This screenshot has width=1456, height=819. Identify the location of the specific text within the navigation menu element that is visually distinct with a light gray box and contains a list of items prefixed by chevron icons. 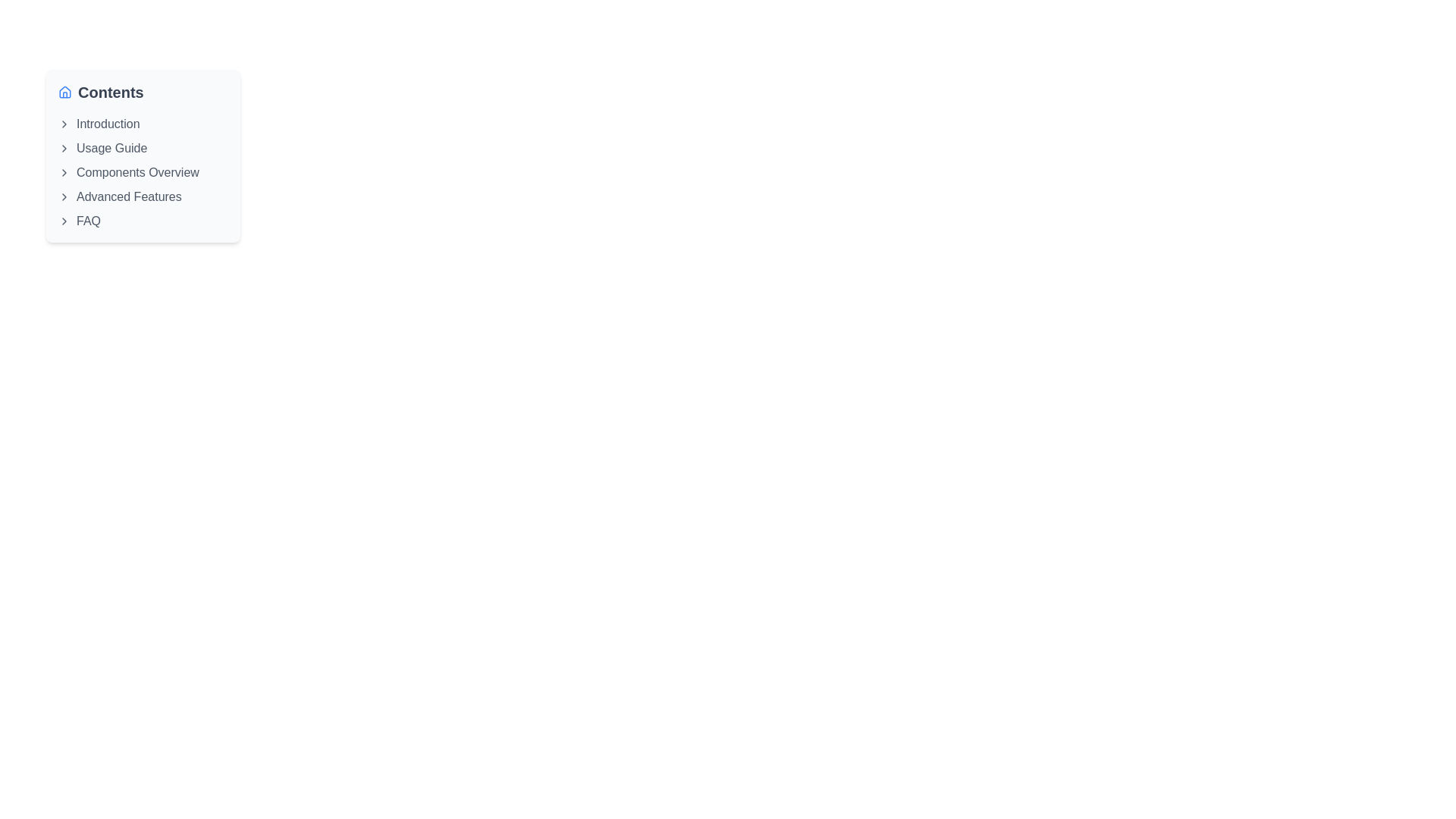
(143, 155).